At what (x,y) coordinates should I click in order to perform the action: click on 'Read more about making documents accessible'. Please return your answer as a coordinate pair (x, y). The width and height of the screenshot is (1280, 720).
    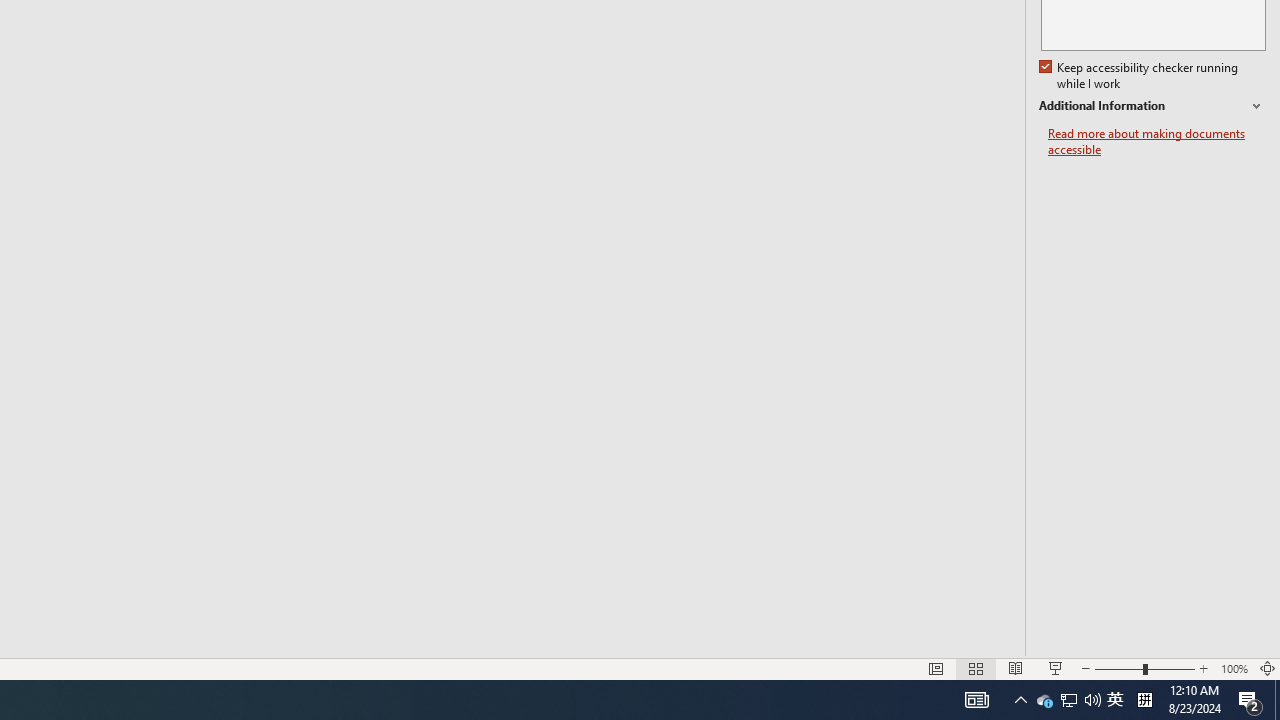
    Looking at the image, I should click on (1157, 141).